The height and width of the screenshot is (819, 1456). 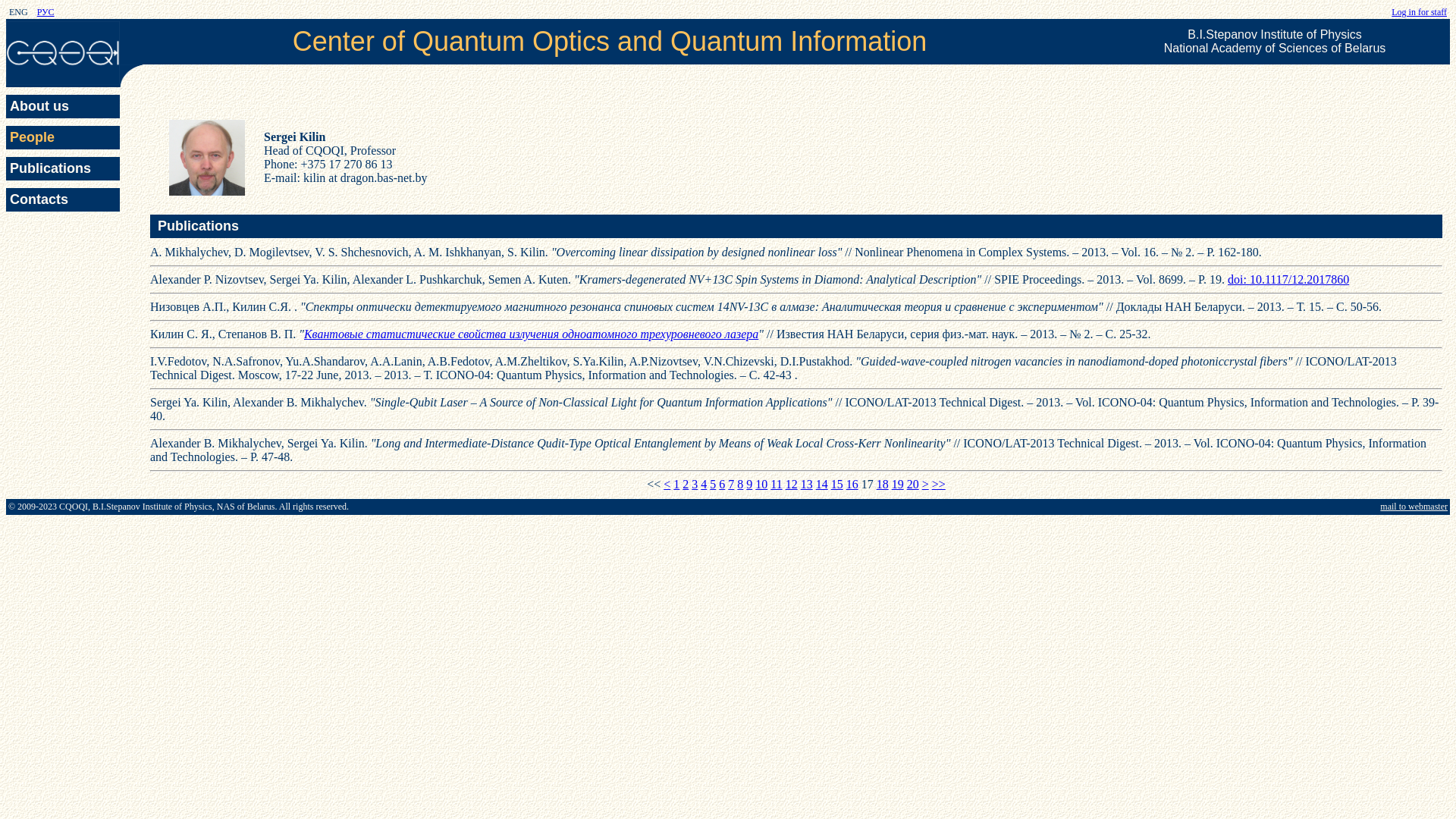 What do you see at coordinates (731, 484) in the screenshot?
I see `'7'` at bounding box center [731, 484].